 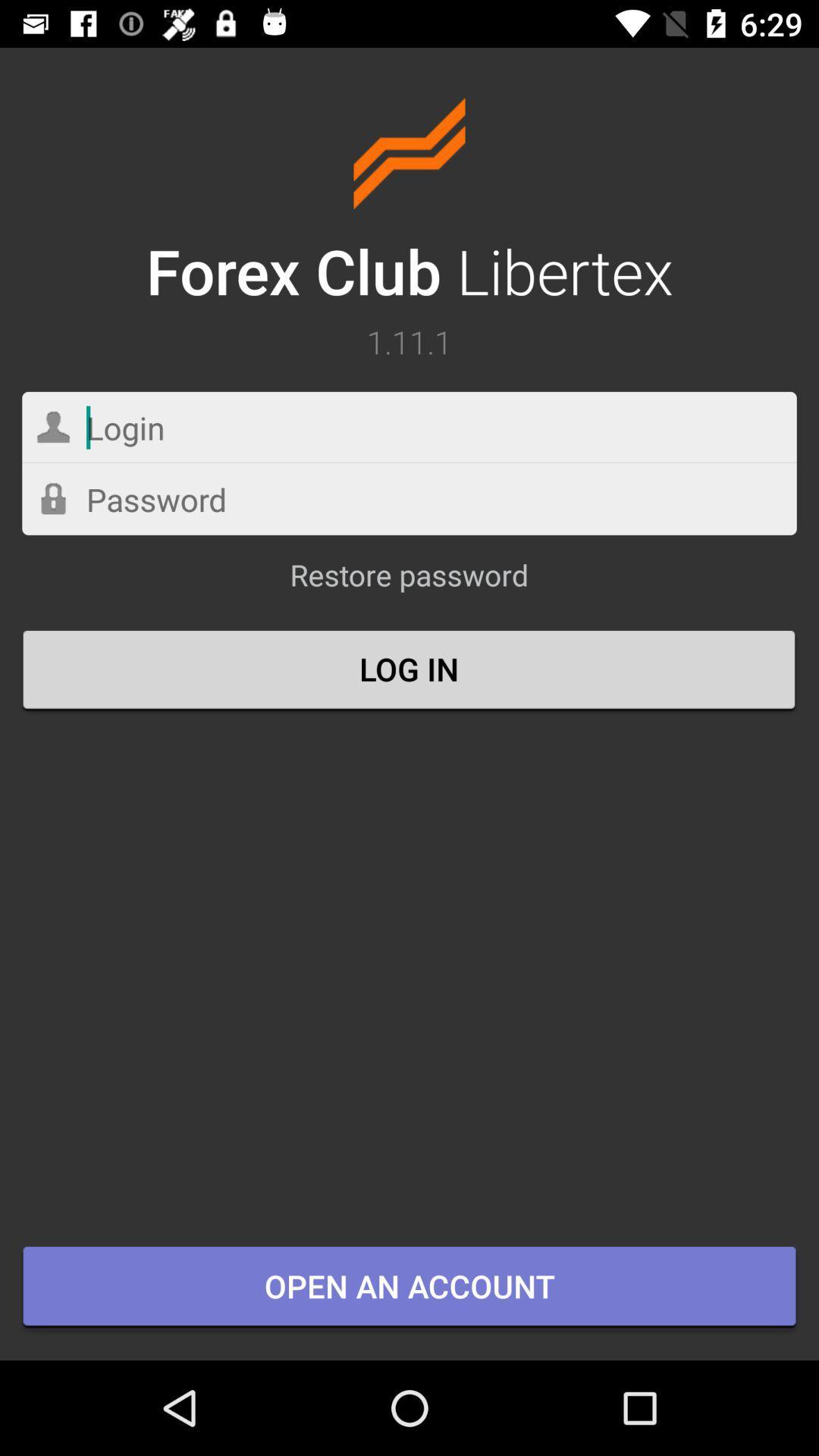 What do you see at coordinates (409, 427) in the screenshot?
I see `the icon below the 1.11.1 icon` at bounding box center [409, 427].